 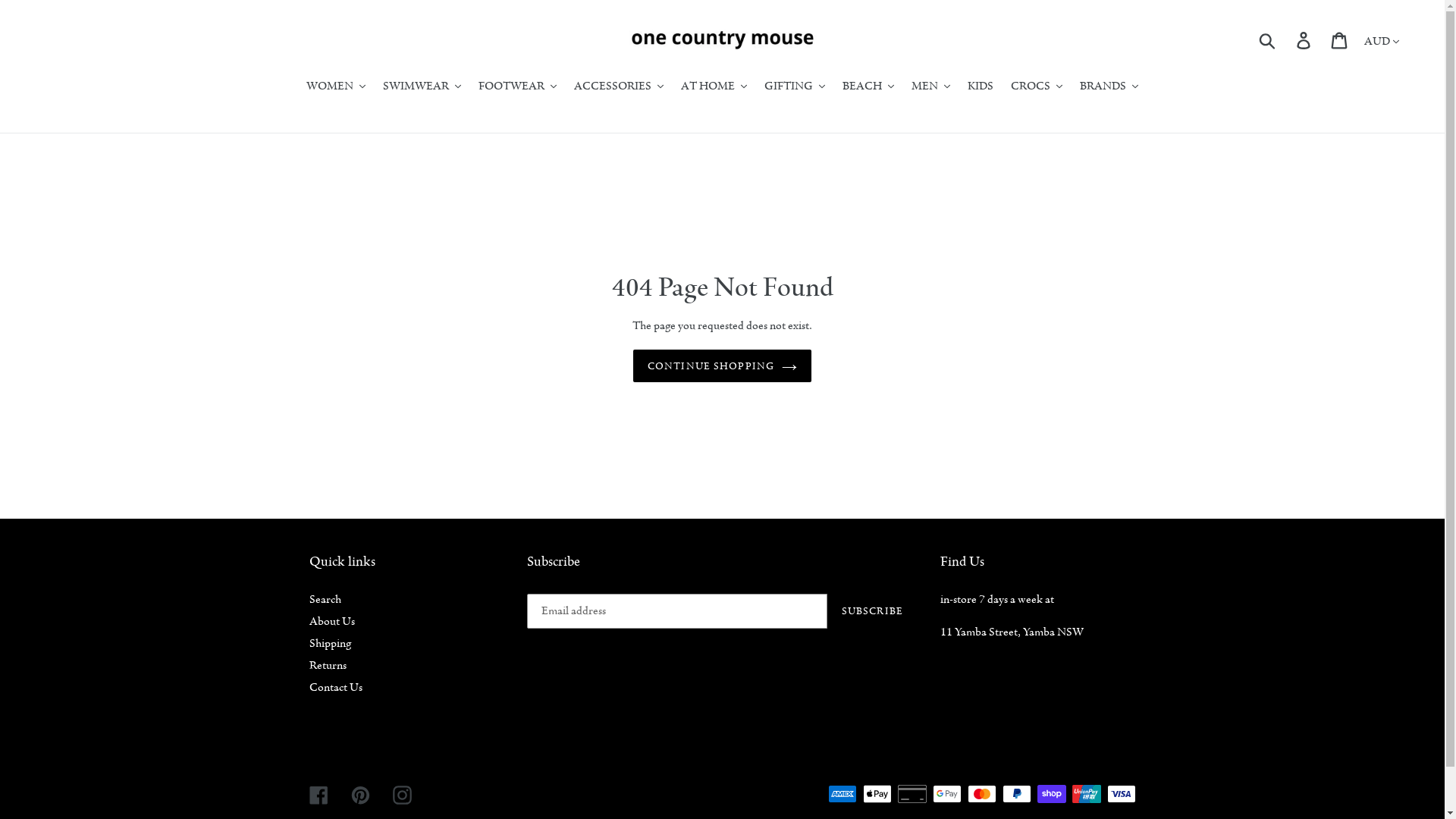 What do you see at coordinates (980, 86) in the screenshot?
I see `'KIDS'` at bounding box center [980, 86].